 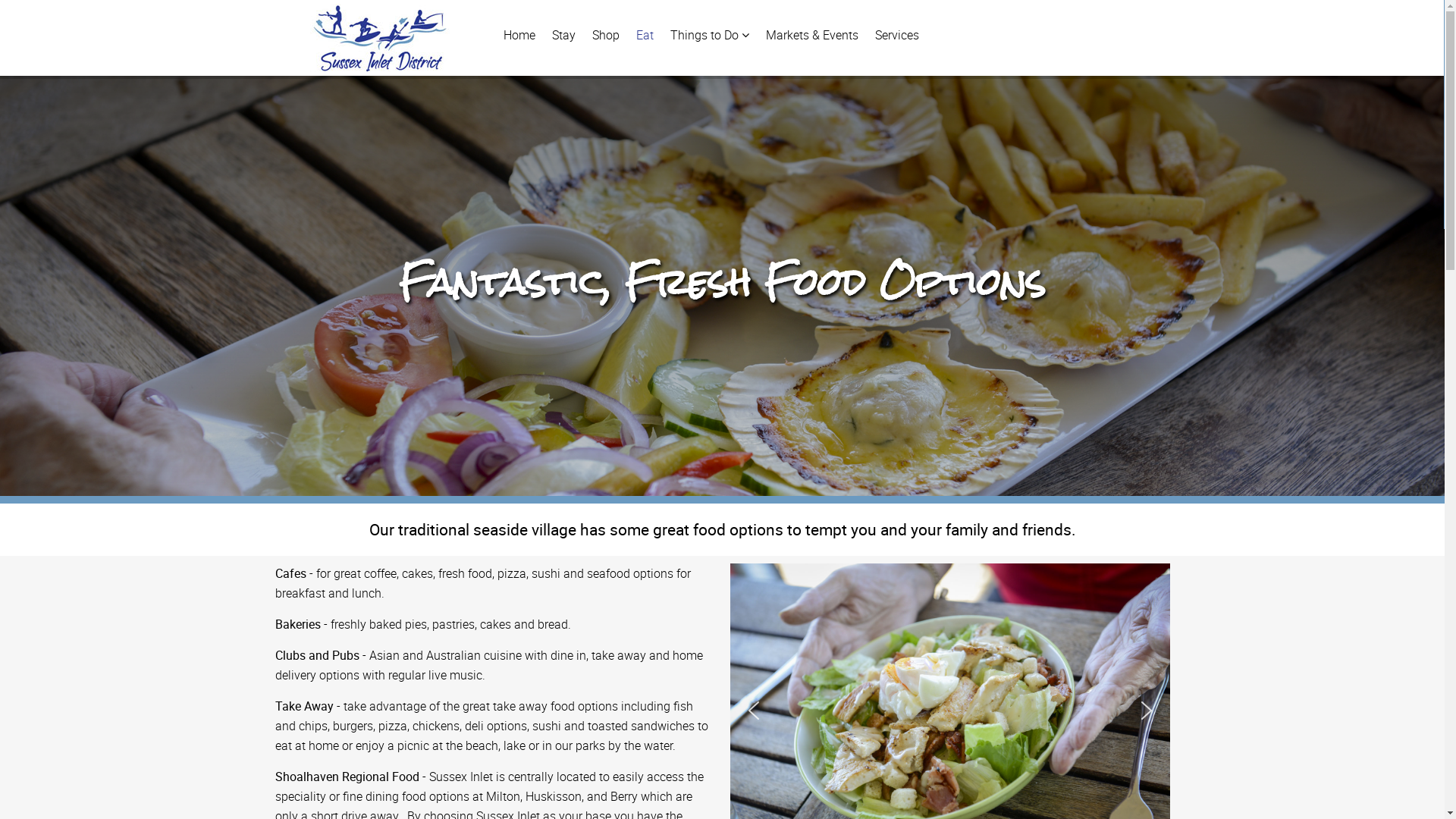 What do you see at coordinates (563, 34) in the screenshot?
I see `'Stay'` at bounding box center [563, 34].